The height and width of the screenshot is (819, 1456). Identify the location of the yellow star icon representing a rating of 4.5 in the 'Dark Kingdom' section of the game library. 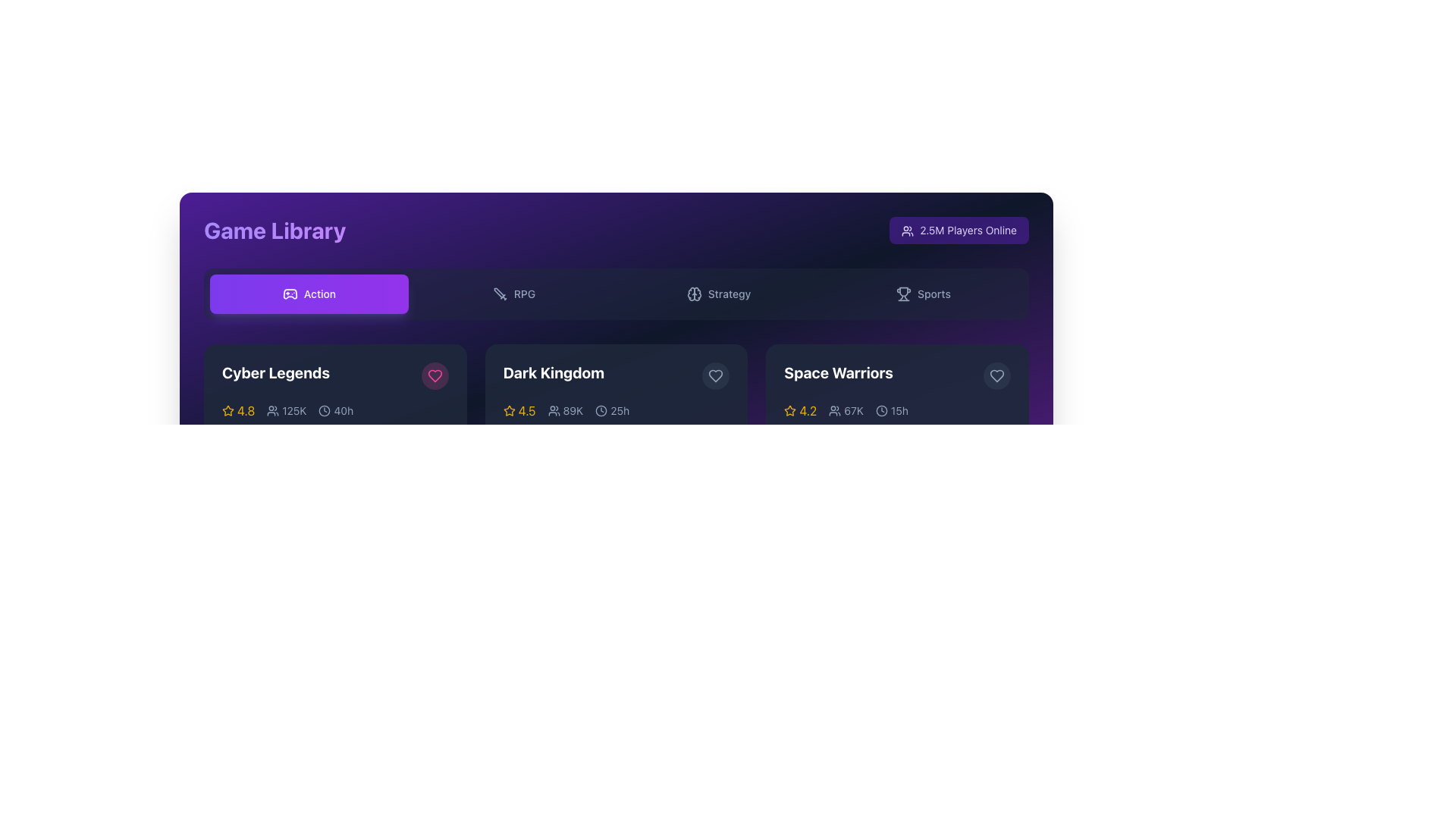
(509, 411).